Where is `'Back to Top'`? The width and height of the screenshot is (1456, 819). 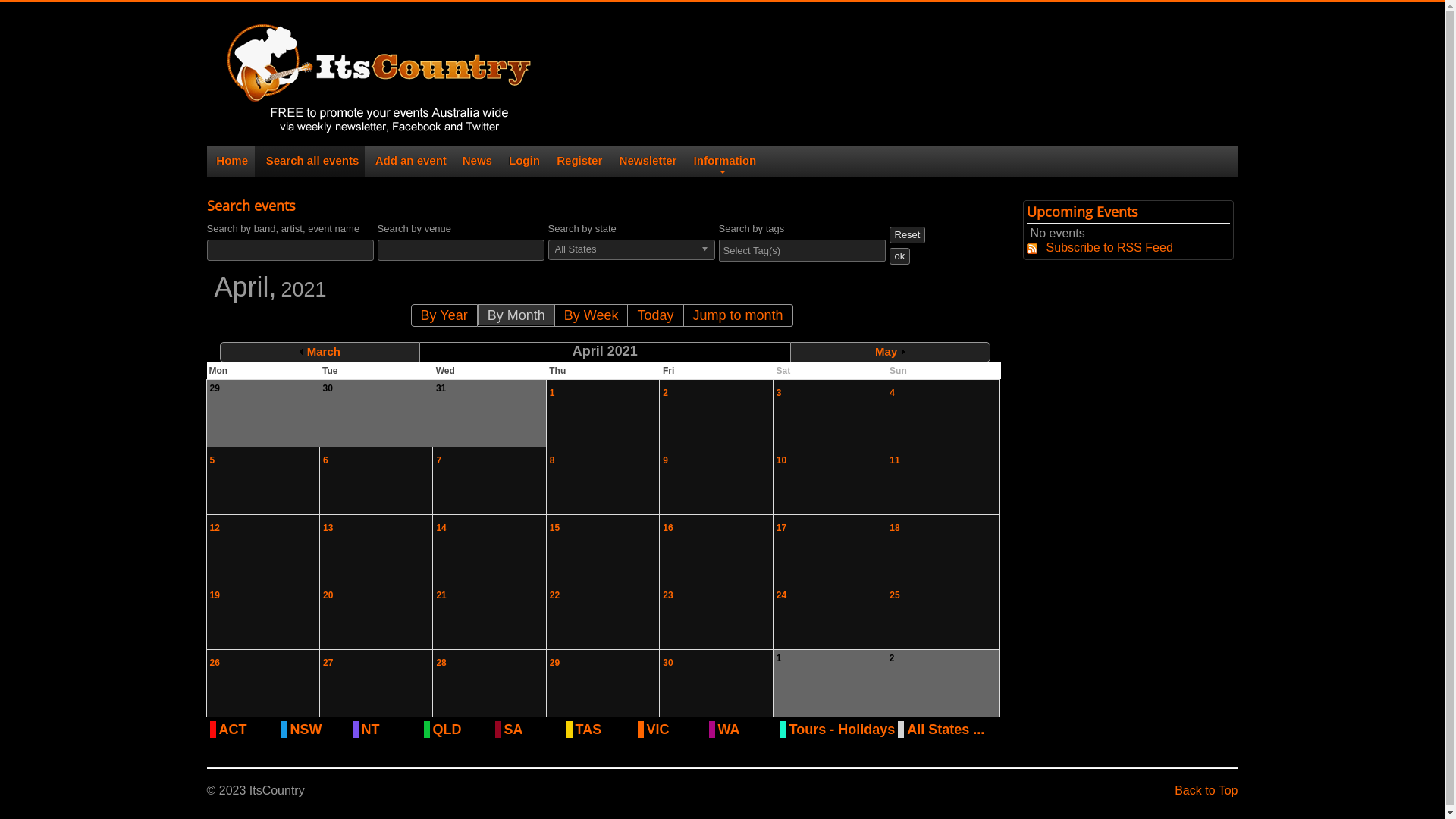
'Back to Top' is located at coordinates (1205, 789).